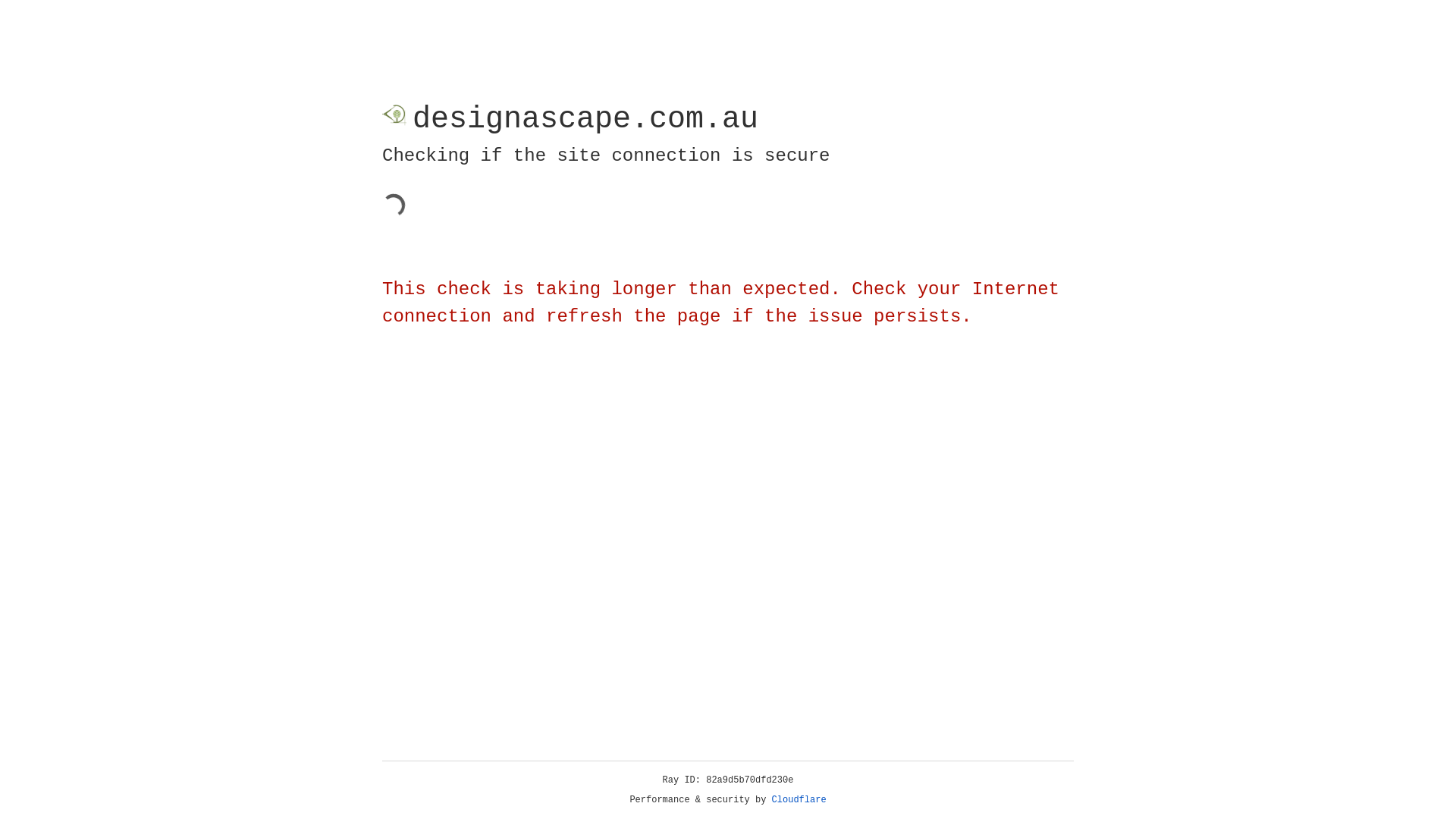  What do you see at coordinates (771, 799) in the screenshot?
I see `'Cloudflare'` at bounding box center [771, 799].